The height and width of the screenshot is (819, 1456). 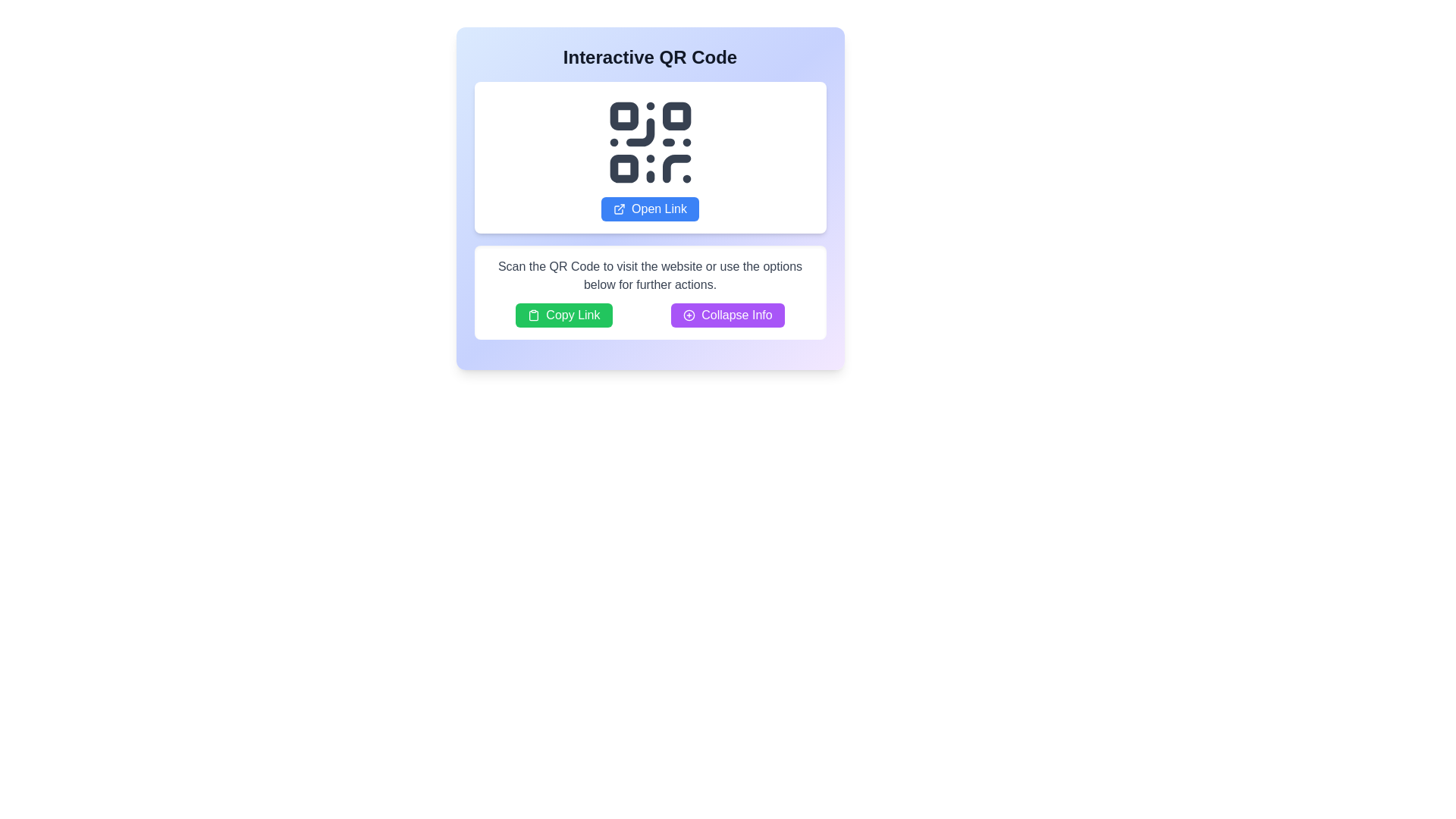 What do you see at coordinates (534, 315) in the screenshot?
I see `the clipboard icon, which is styled with a light stroke and located near the QR code section in the user interface` at bounding box center [534, 315].